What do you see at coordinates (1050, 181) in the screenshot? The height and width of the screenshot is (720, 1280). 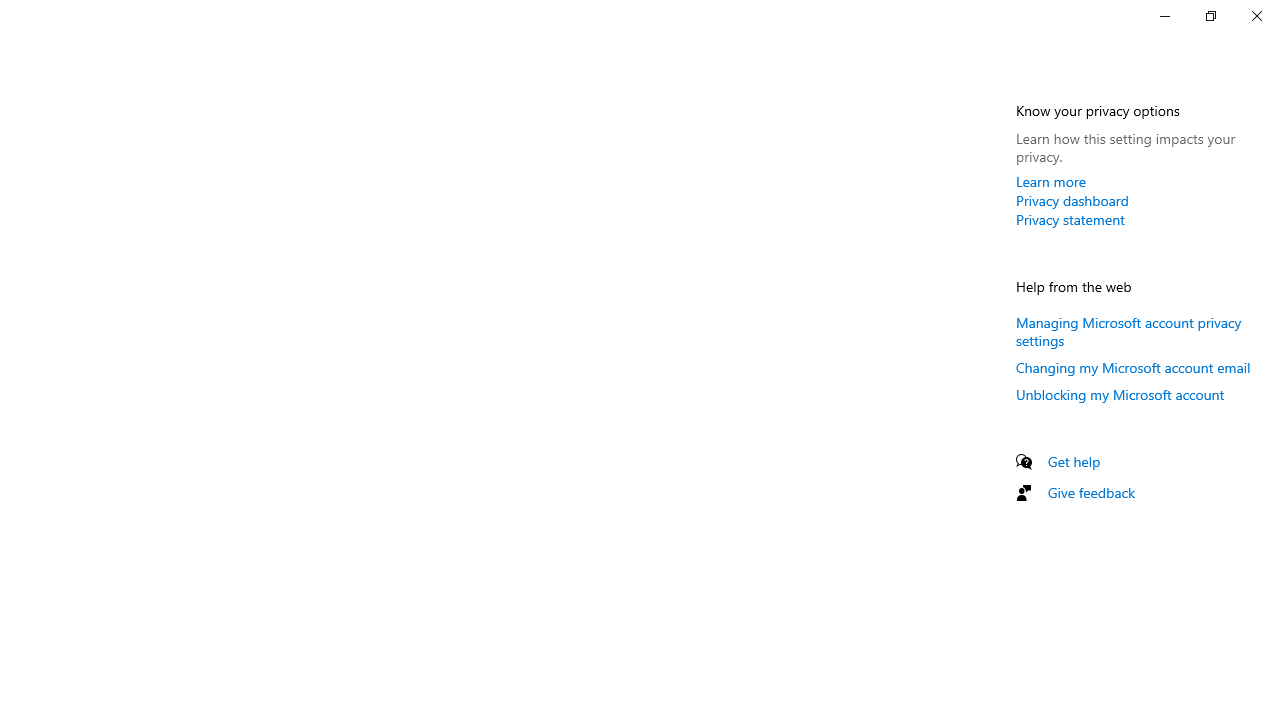 I see `'Learn more'` at bounding box center [1050, 181].